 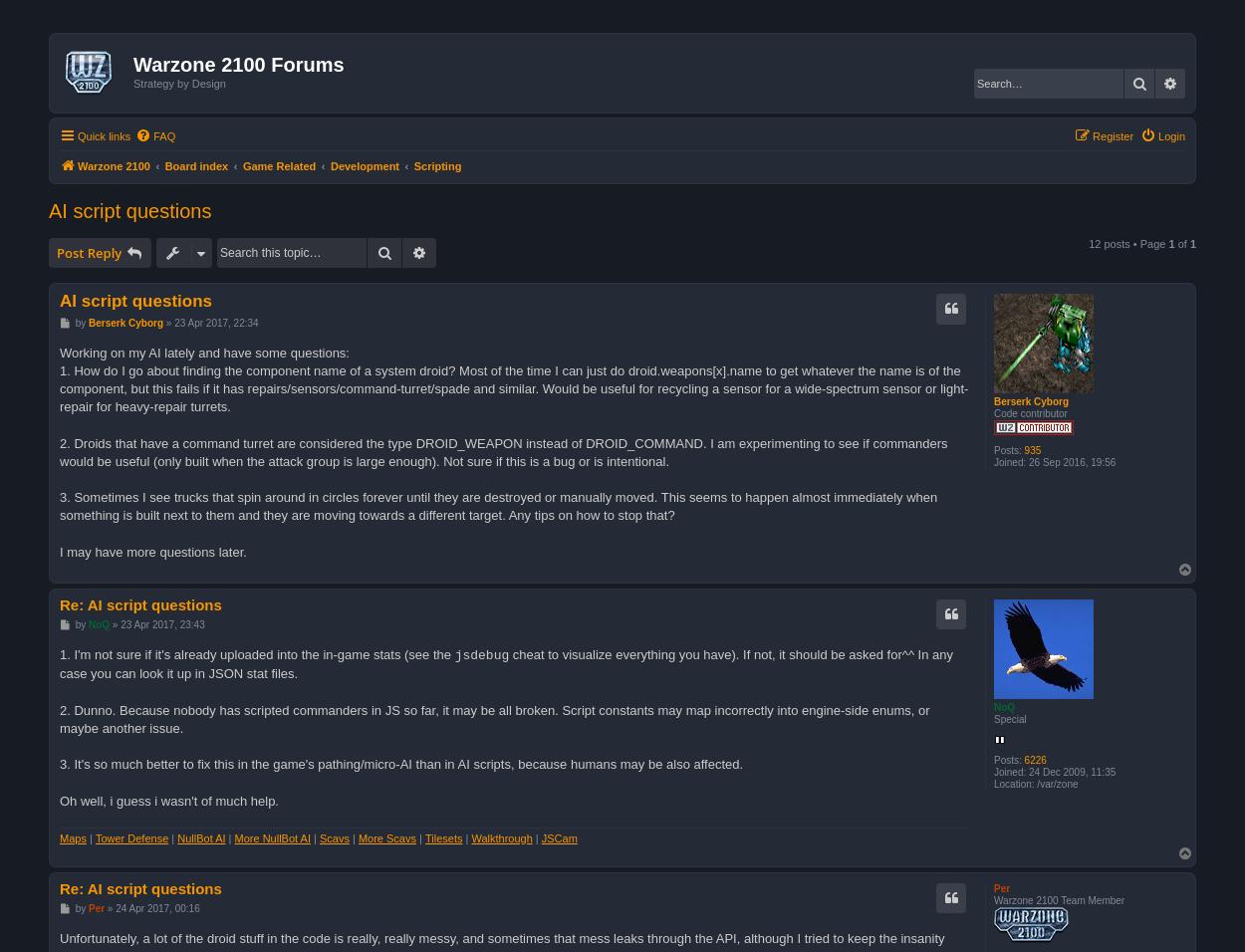 What do you see at coordinates (1181, 243) in the screenshot?
I see `'of'` at bounding box center [1181, 243].